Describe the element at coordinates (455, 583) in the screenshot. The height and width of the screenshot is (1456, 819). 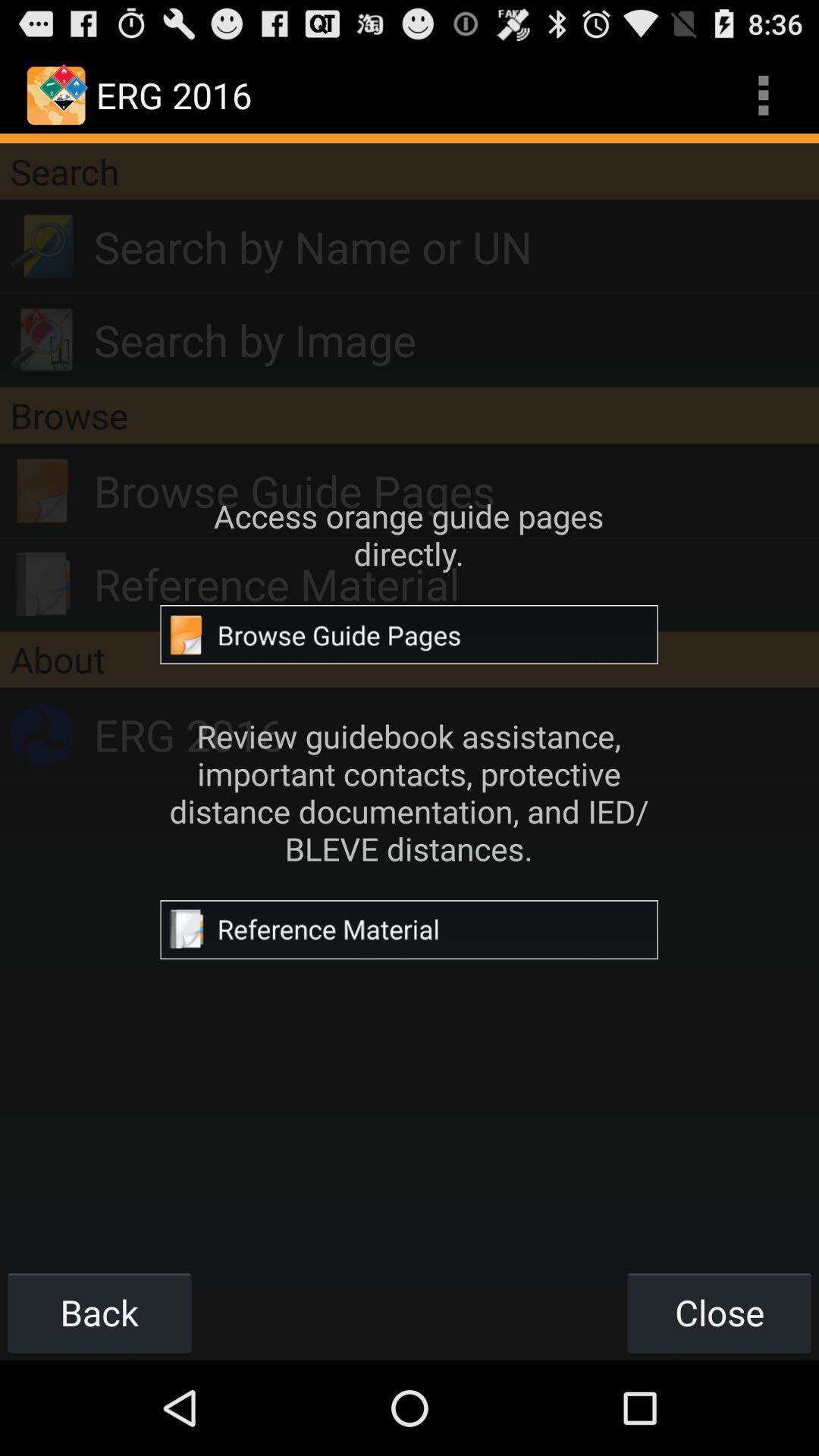
I see `app below browse guide pages item` at that location.